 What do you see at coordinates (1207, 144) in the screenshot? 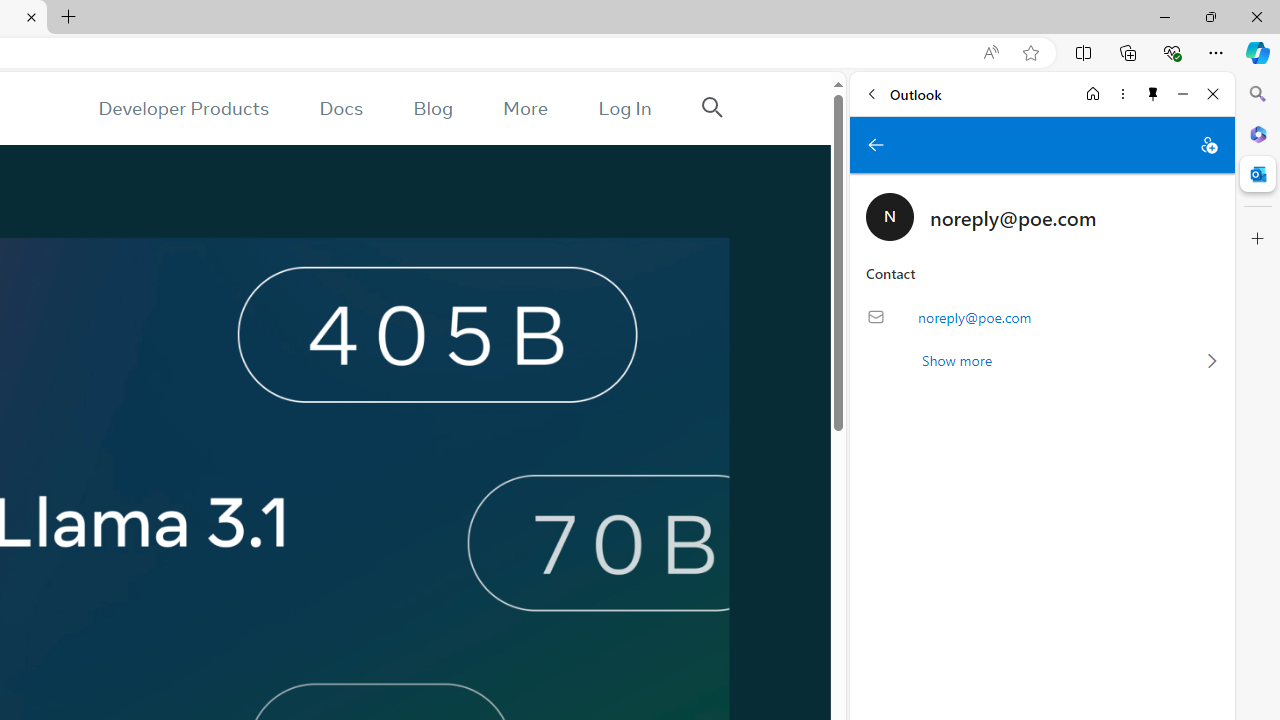
I see `'Add to contacts'` at bounding box center [1207, 144].